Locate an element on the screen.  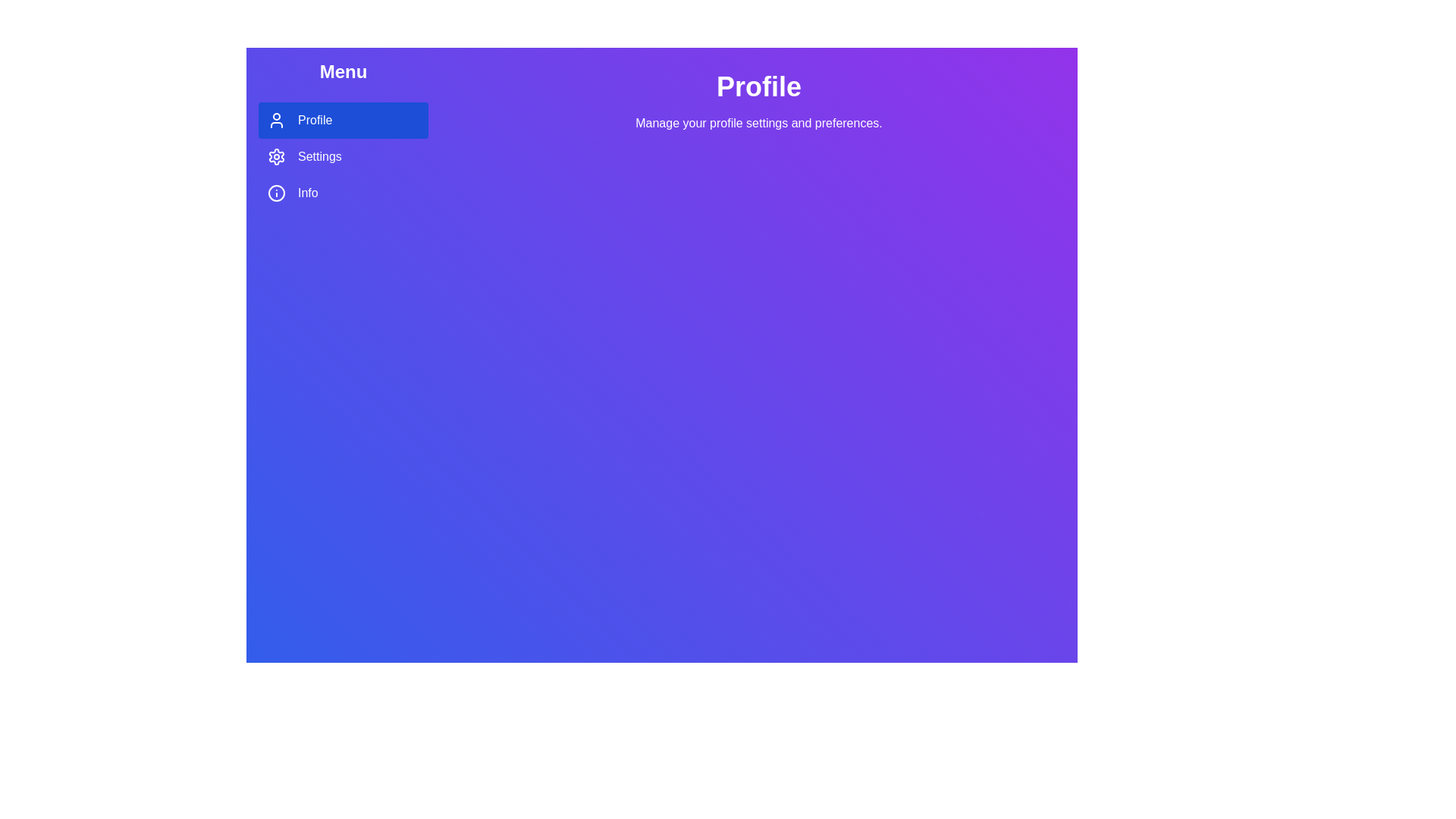
the Info tab is located at coordinates (342, 192).